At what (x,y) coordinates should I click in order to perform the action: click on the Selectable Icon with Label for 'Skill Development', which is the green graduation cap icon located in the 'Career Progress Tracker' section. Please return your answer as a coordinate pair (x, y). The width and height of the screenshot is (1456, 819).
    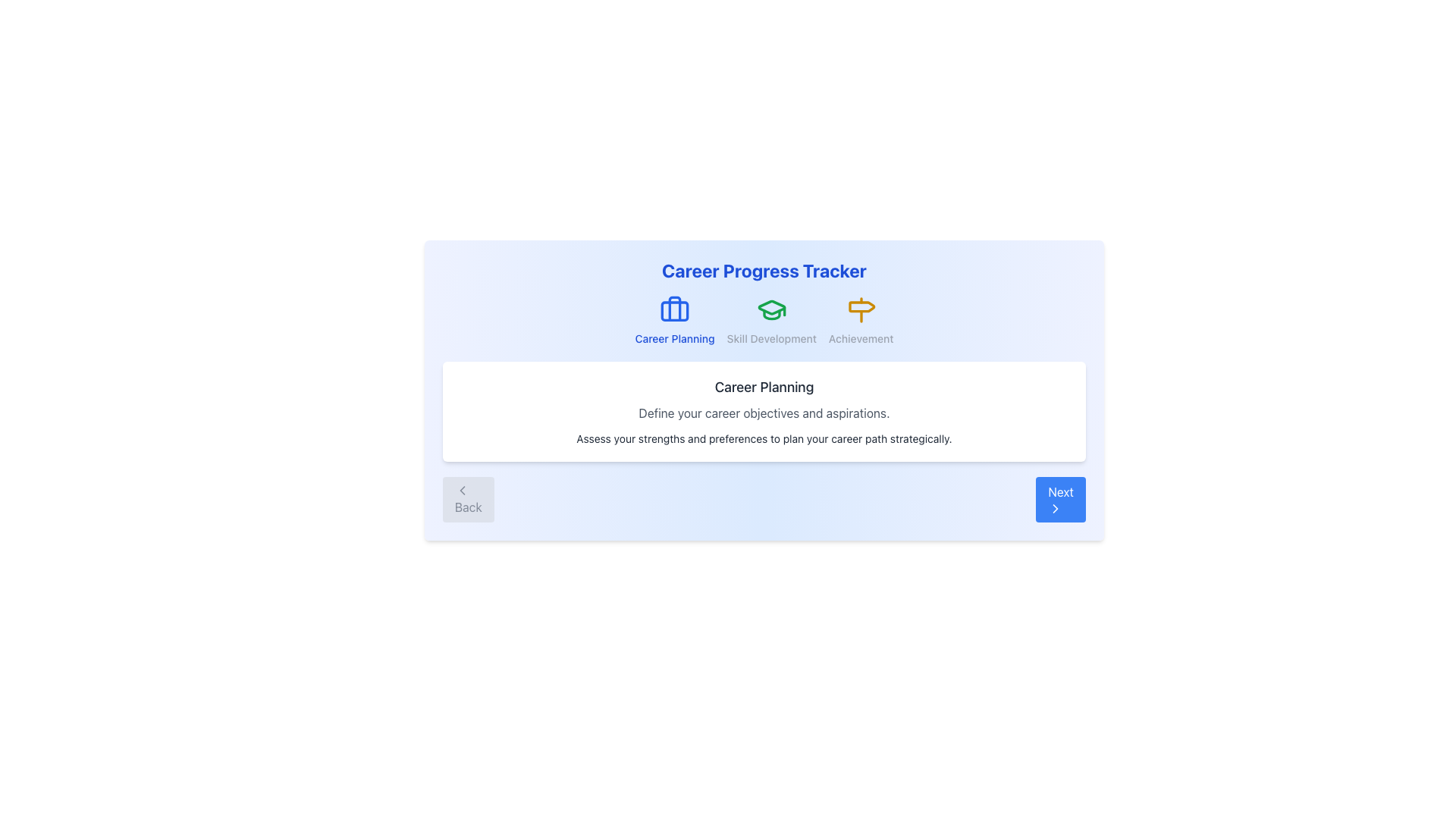
    Looking at the image, I should click on (764, 320).